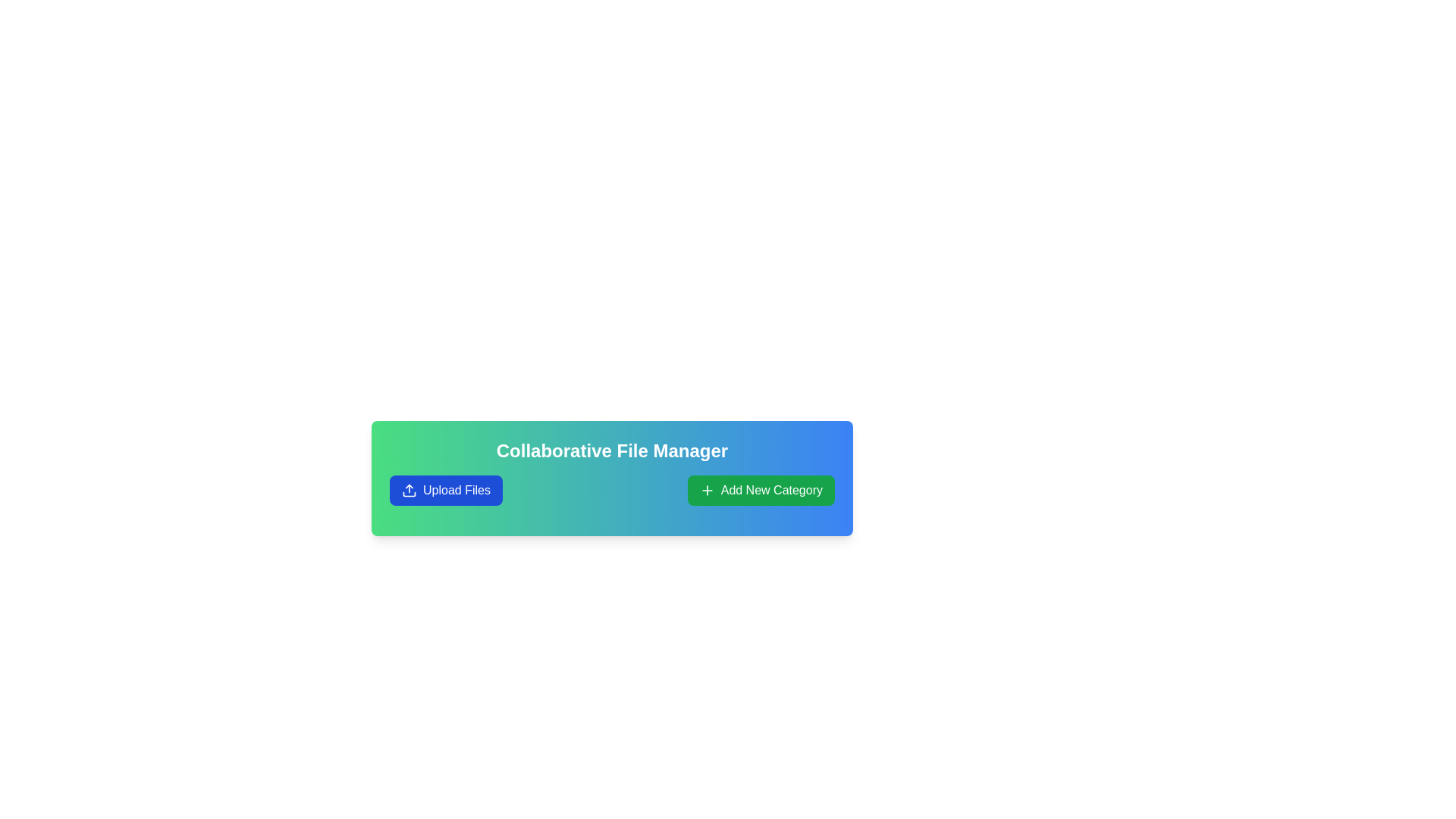 The height and width of the screenshot is (819, 1456). What do you see at coordinates (409, 491) in the screenshot?
I see `the upload icon, which is a minimalistic design of an upward-pointing arrow inside a rectangle, positioned within a blue button labeled 'Upload Files'` at bounding box center [409, 491].